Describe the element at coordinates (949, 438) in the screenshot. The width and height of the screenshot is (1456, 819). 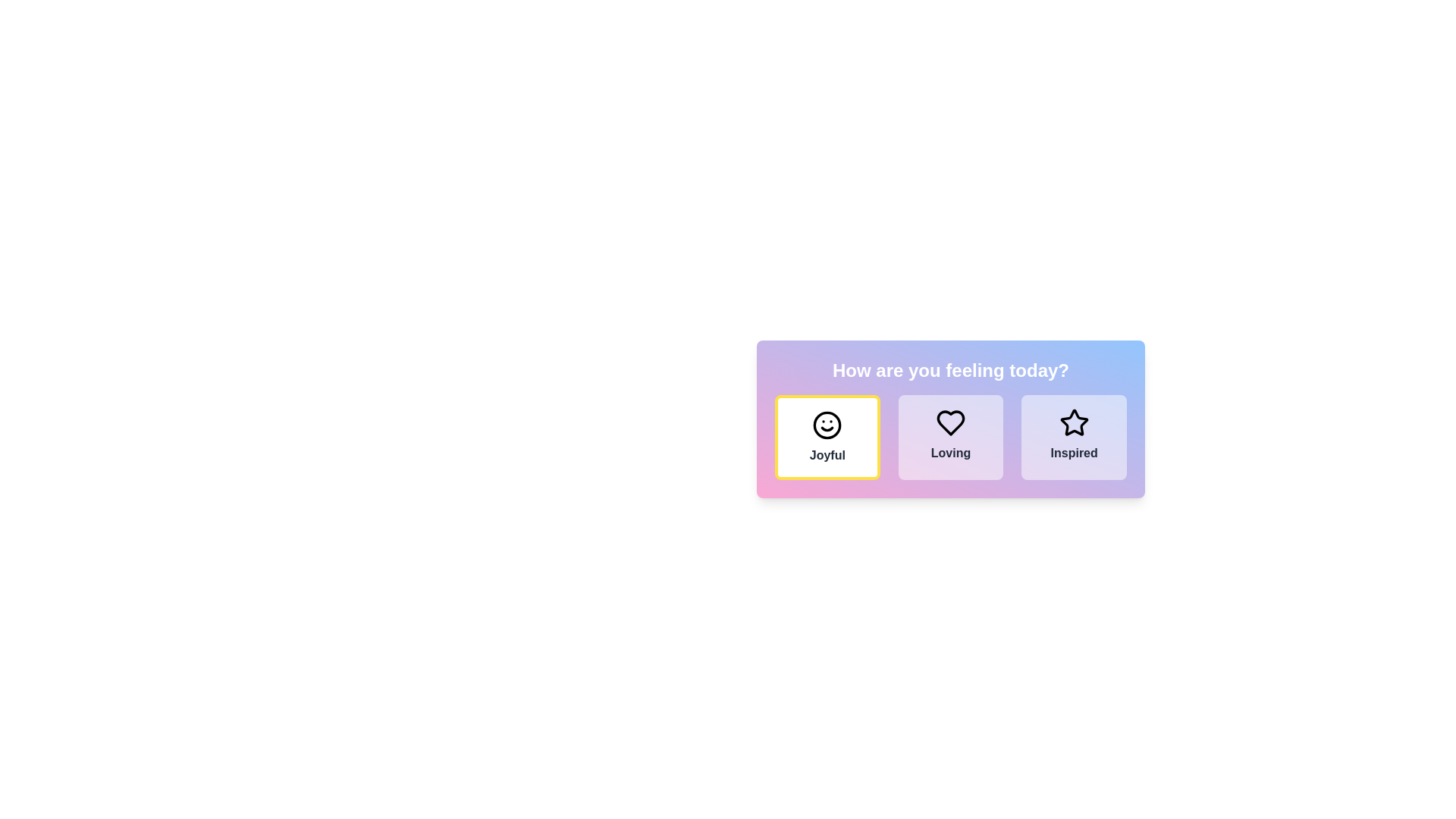
I see `the second selectable button with a heart icon and the text 'Loving'` at that location.